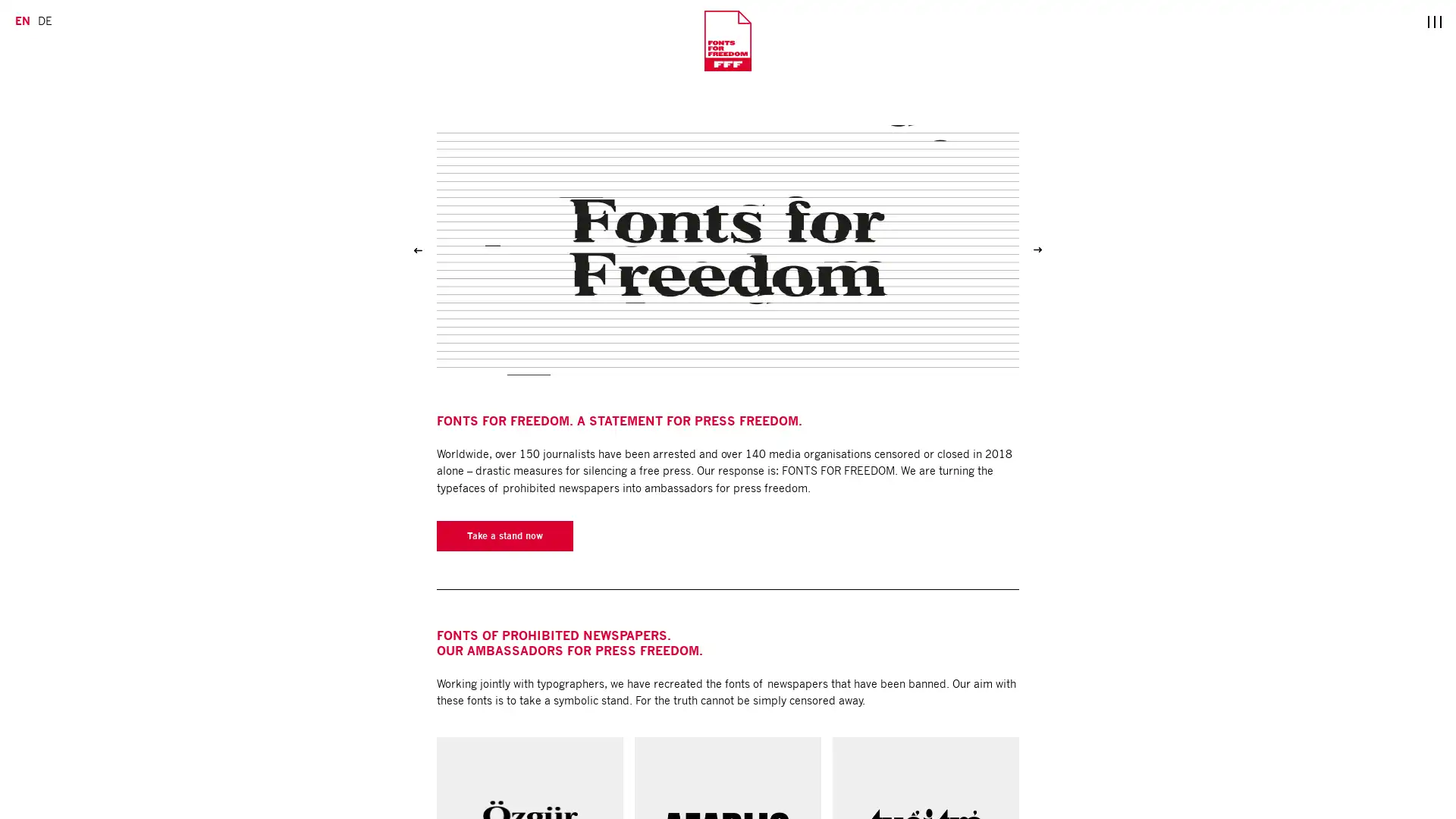 The height and width of the screenshot is (819, 1456). Describe the element at coordinates (418, 249) in the screenshot. I see `Previous slide` at that location.